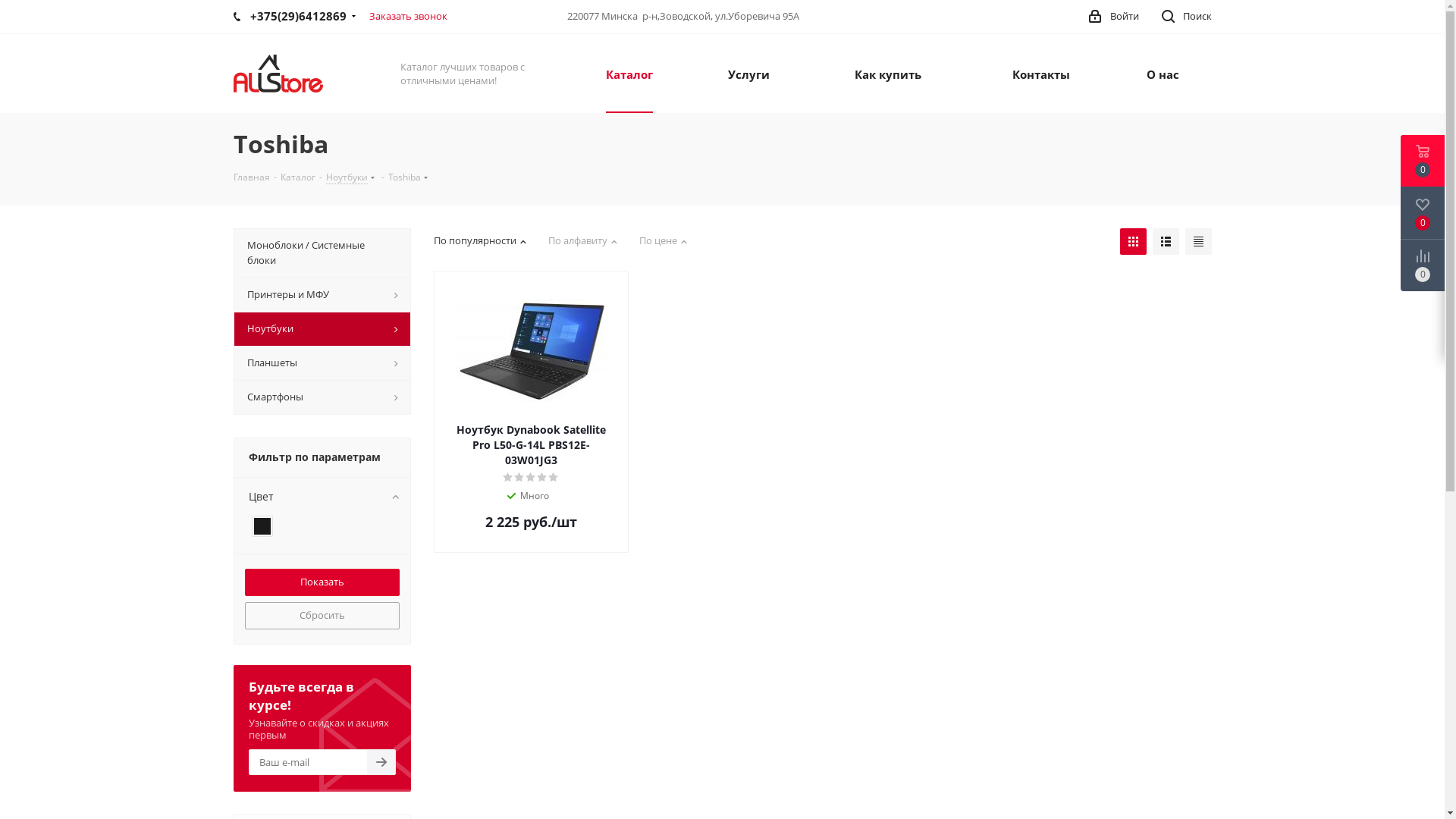 The image size is (1456, 819). What do you see at coordinates (508, 476) in the screenshot?
I see `'1'` at bounding box center [508, 476].